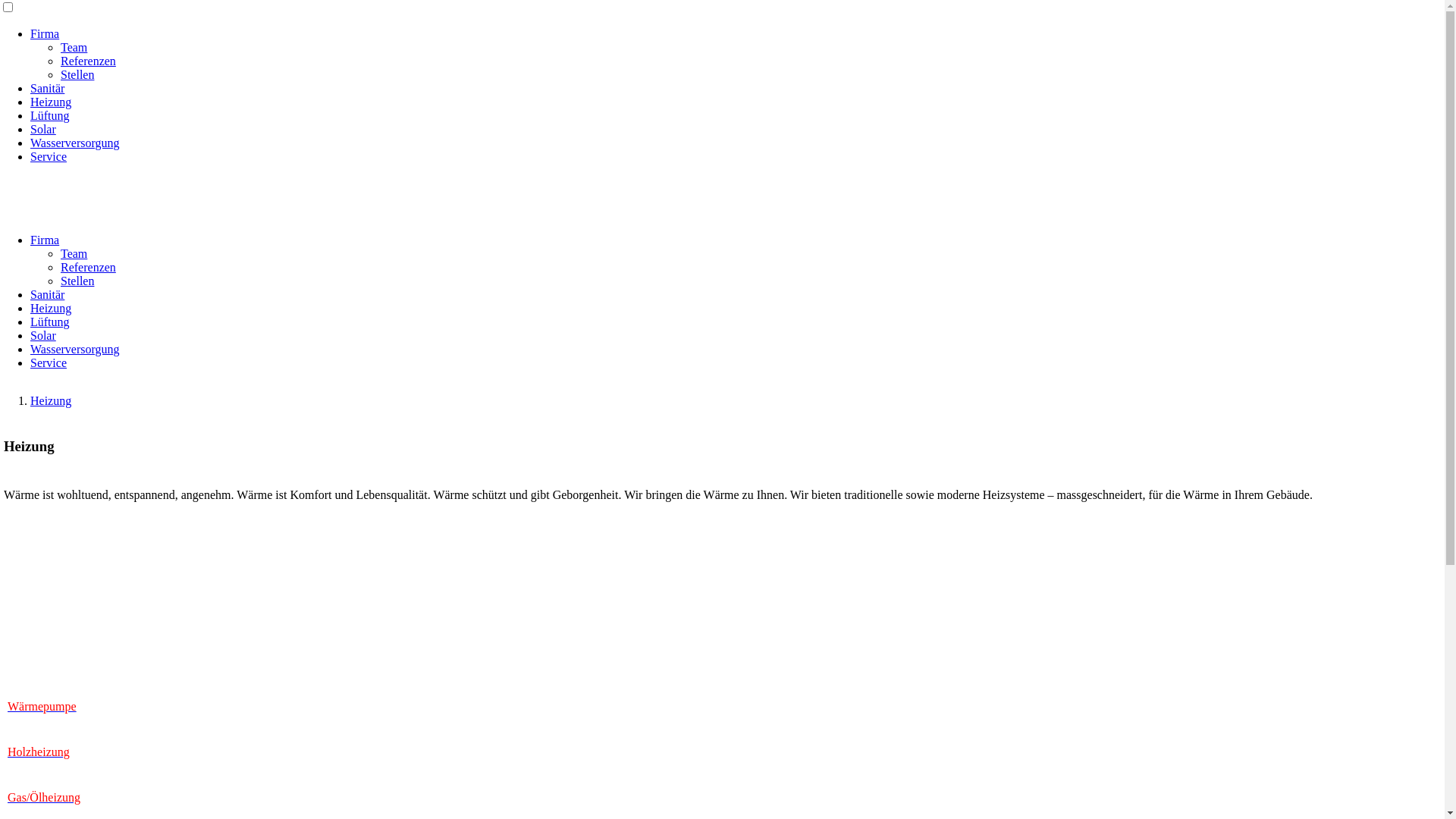 This screenshot has width=1456, height=819. What do you see at coordinates (30, 334) in the screenshot?
I see `'Solar'` at bounding box center [30, 334].